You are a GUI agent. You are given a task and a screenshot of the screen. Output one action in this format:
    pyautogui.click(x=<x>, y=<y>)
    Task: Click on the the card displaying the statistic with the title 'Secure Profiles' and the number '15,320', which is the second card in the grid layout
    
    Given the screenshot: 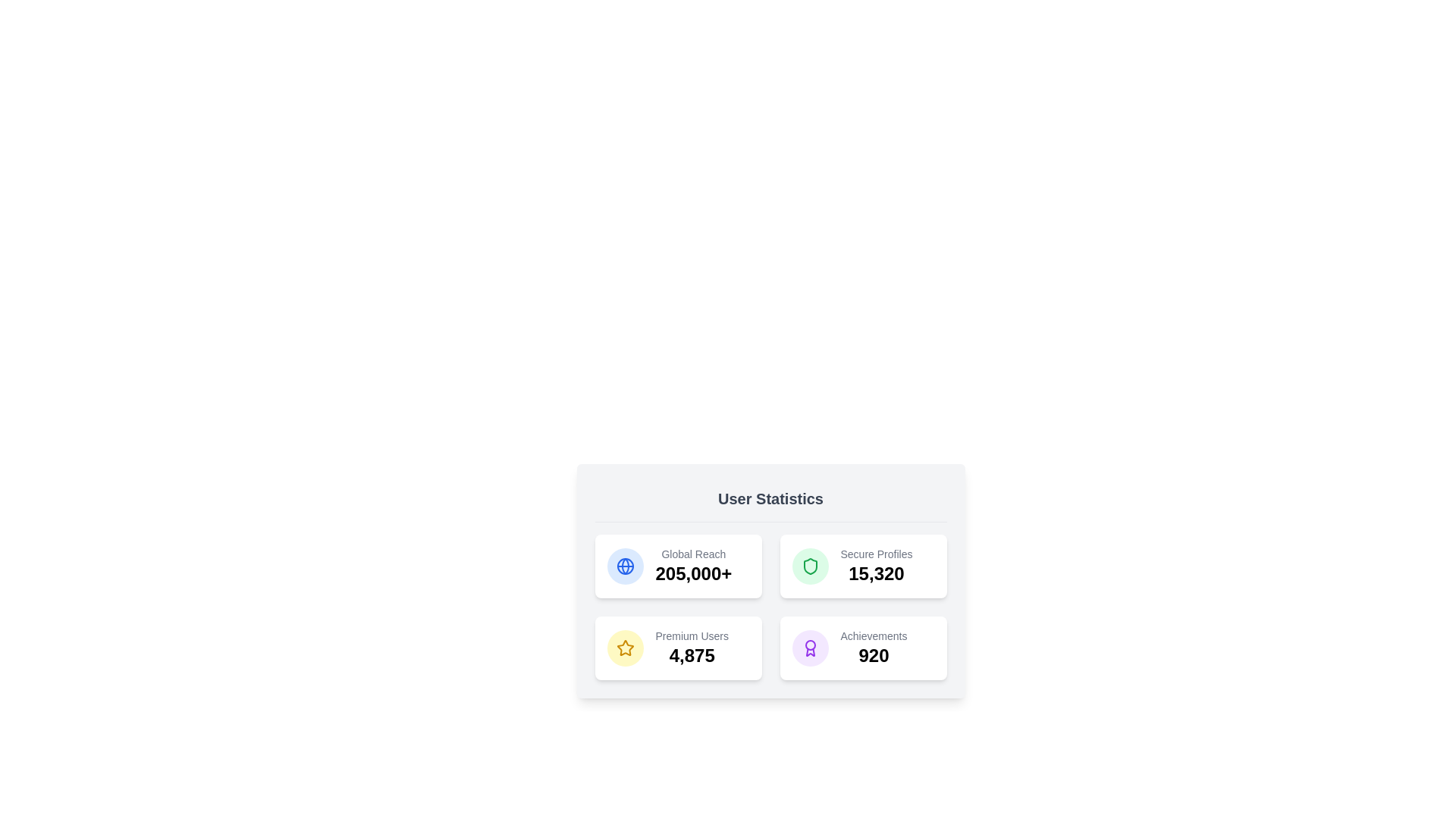 What is the action you would take?
    pyautogui.click(x=863, y=566)
    